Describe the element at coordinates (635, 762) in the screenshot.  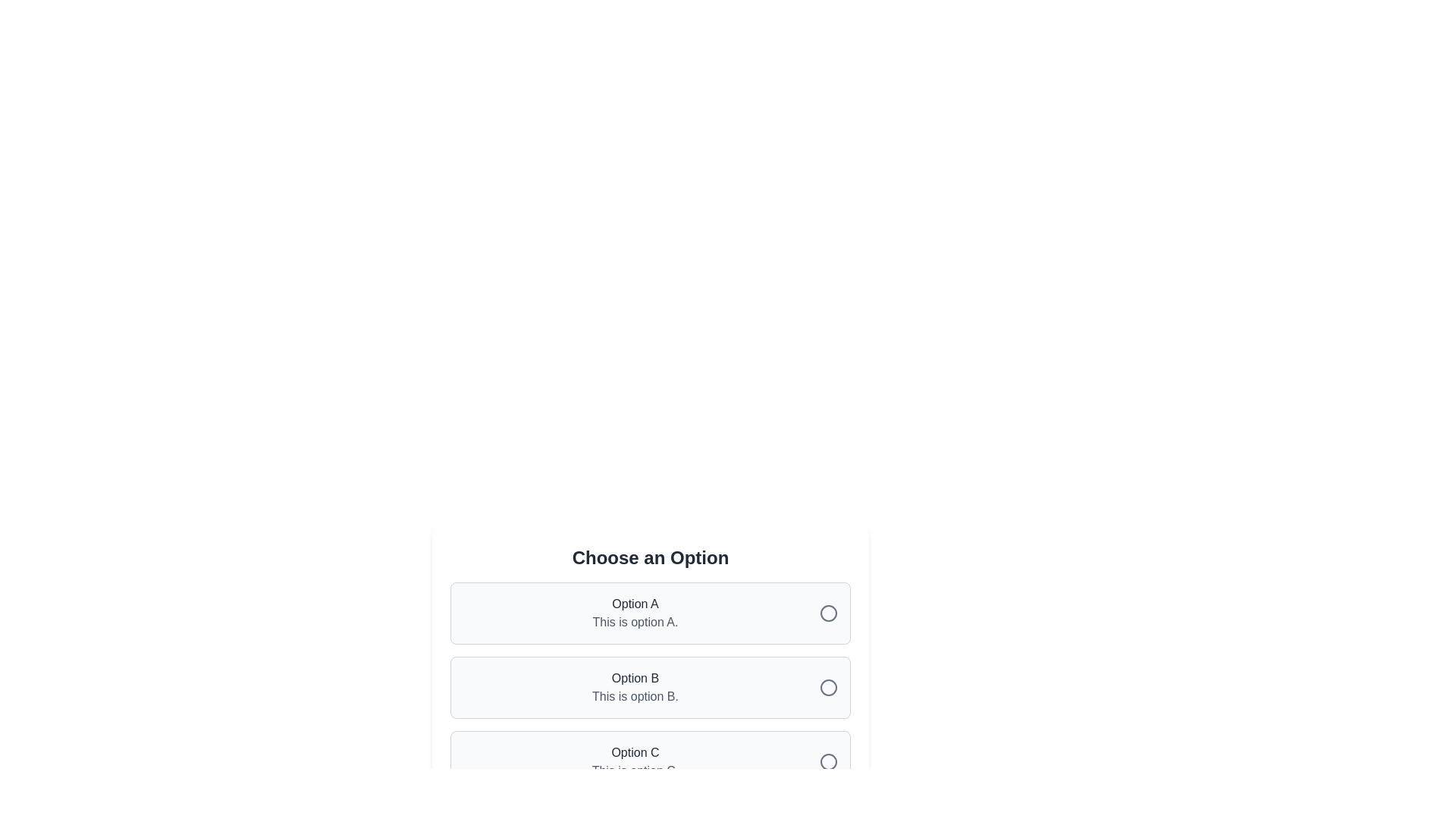
I see `the third option element in the selection interface, which is a Text Label providing information and allowing selection` at that location.